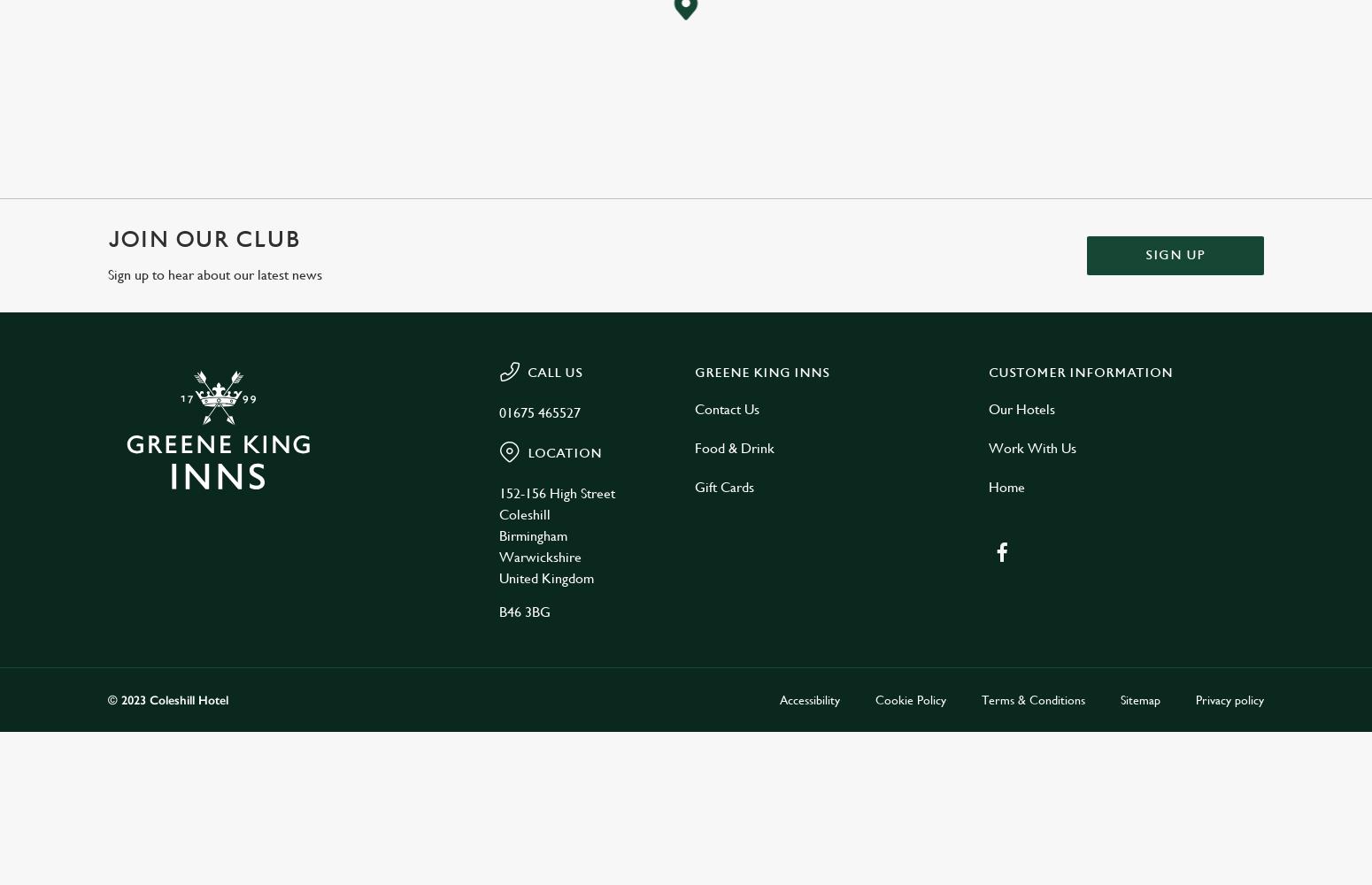  Describe the element at coordinates (1080, 373) in the screenshot. I see `'Customer Information'` at that location.